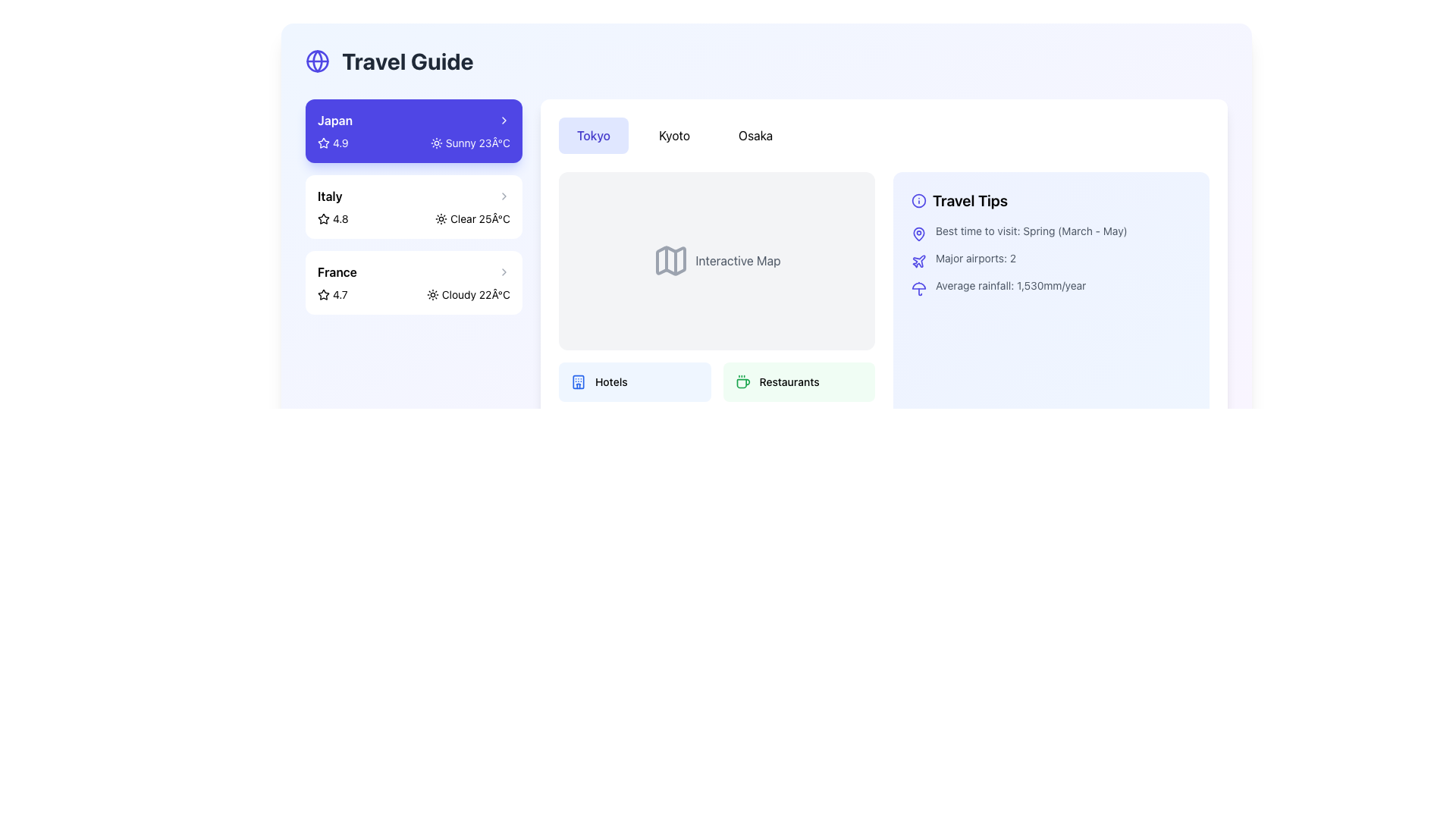  I want to click on the weather information element for France, which is located on the third row of a vertical list and is adjacent to the text '4.7' and a star icon, so click(467, 295).